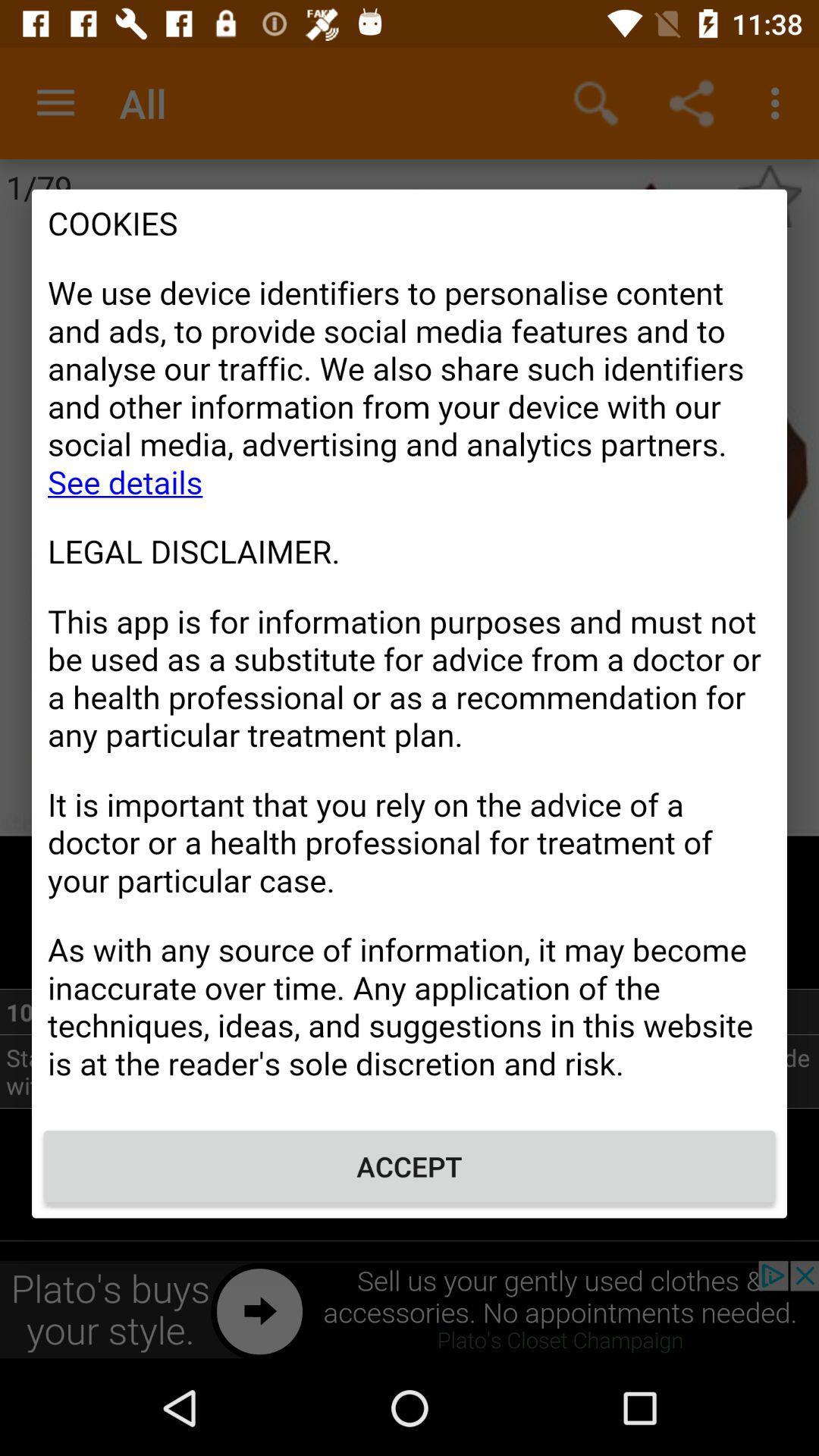  I want to click on disclaimer page, so click(409, 651).